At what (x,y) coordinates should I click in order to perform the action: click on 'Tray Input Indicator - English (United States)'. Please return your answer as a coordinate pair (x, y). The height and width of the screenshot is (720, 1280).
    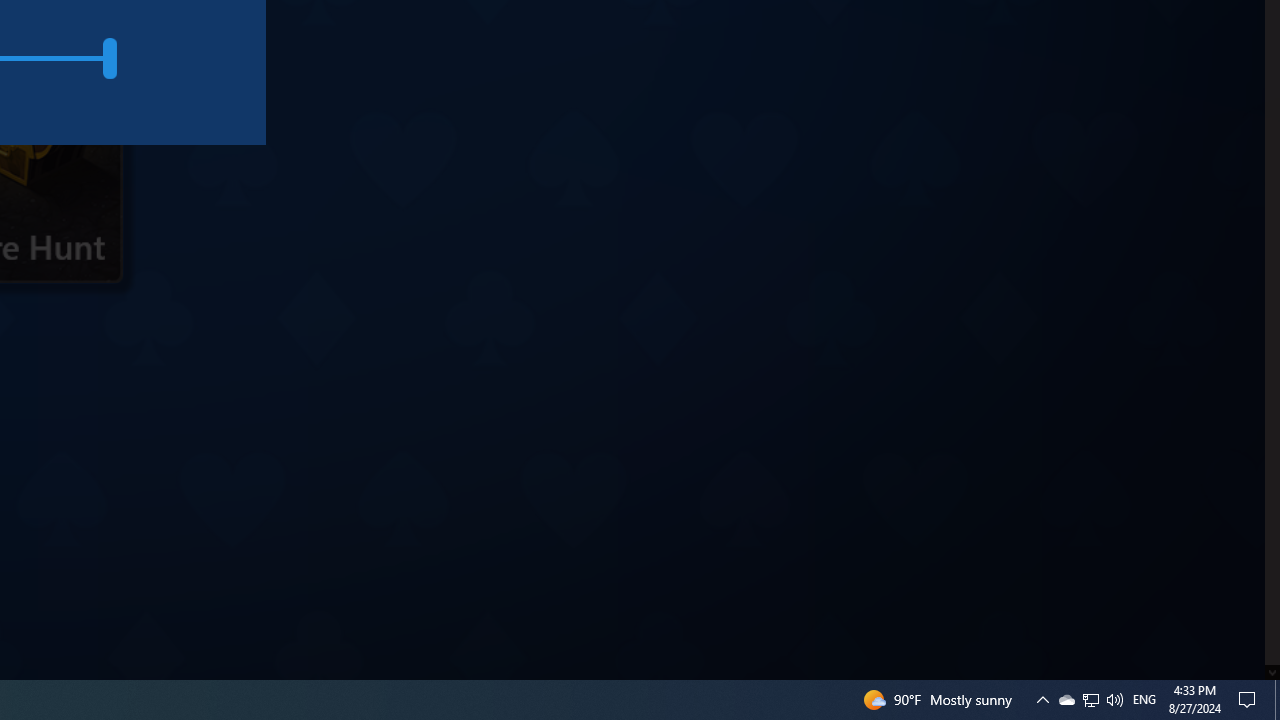
    Looking at the image, I should click on (1144, 698).